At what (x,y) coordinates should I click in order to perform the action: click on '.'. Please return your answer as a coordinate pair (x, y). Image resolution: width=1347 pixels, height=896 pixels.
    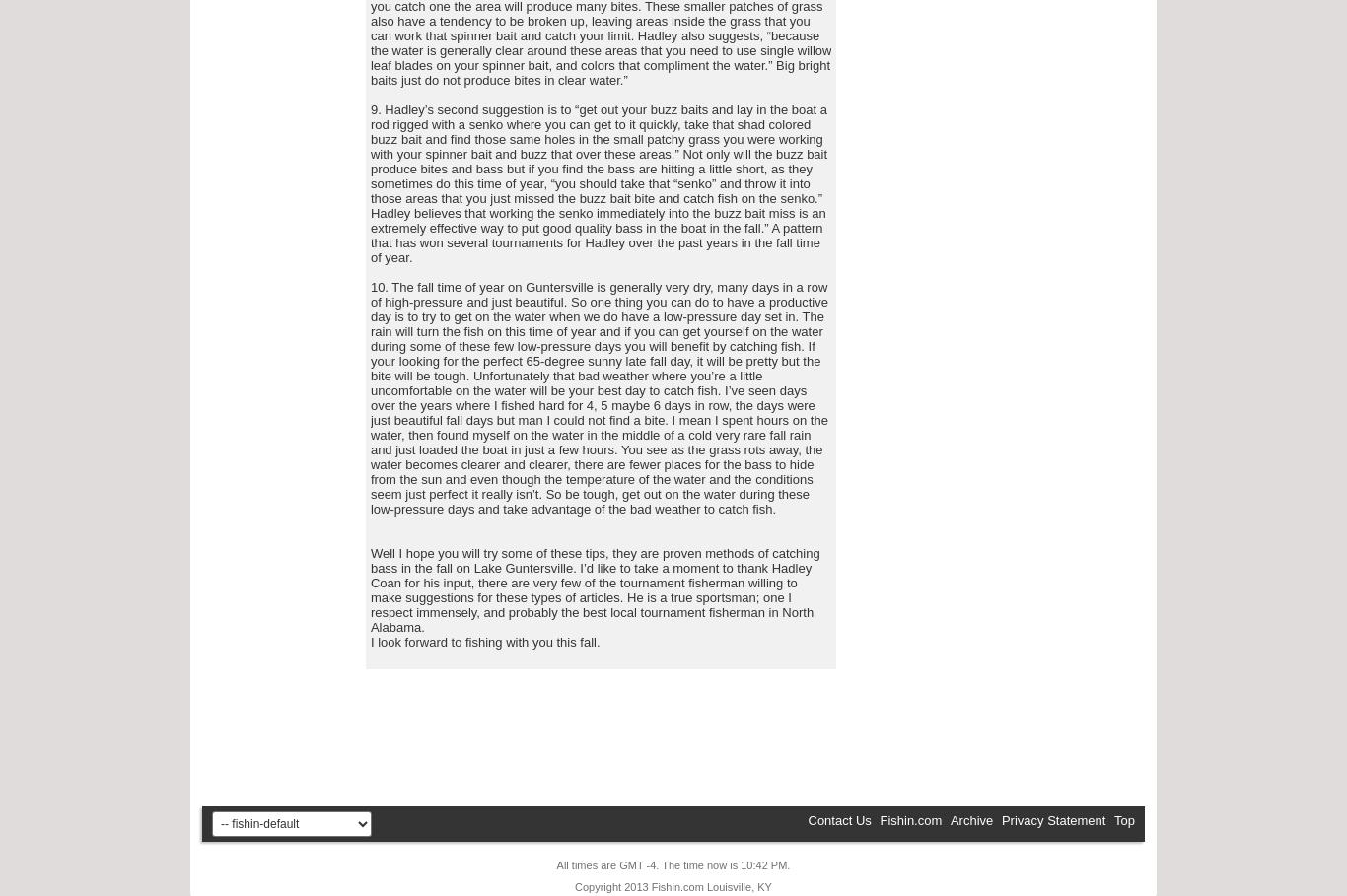
    Looking at the image, I should click on (787, 865).